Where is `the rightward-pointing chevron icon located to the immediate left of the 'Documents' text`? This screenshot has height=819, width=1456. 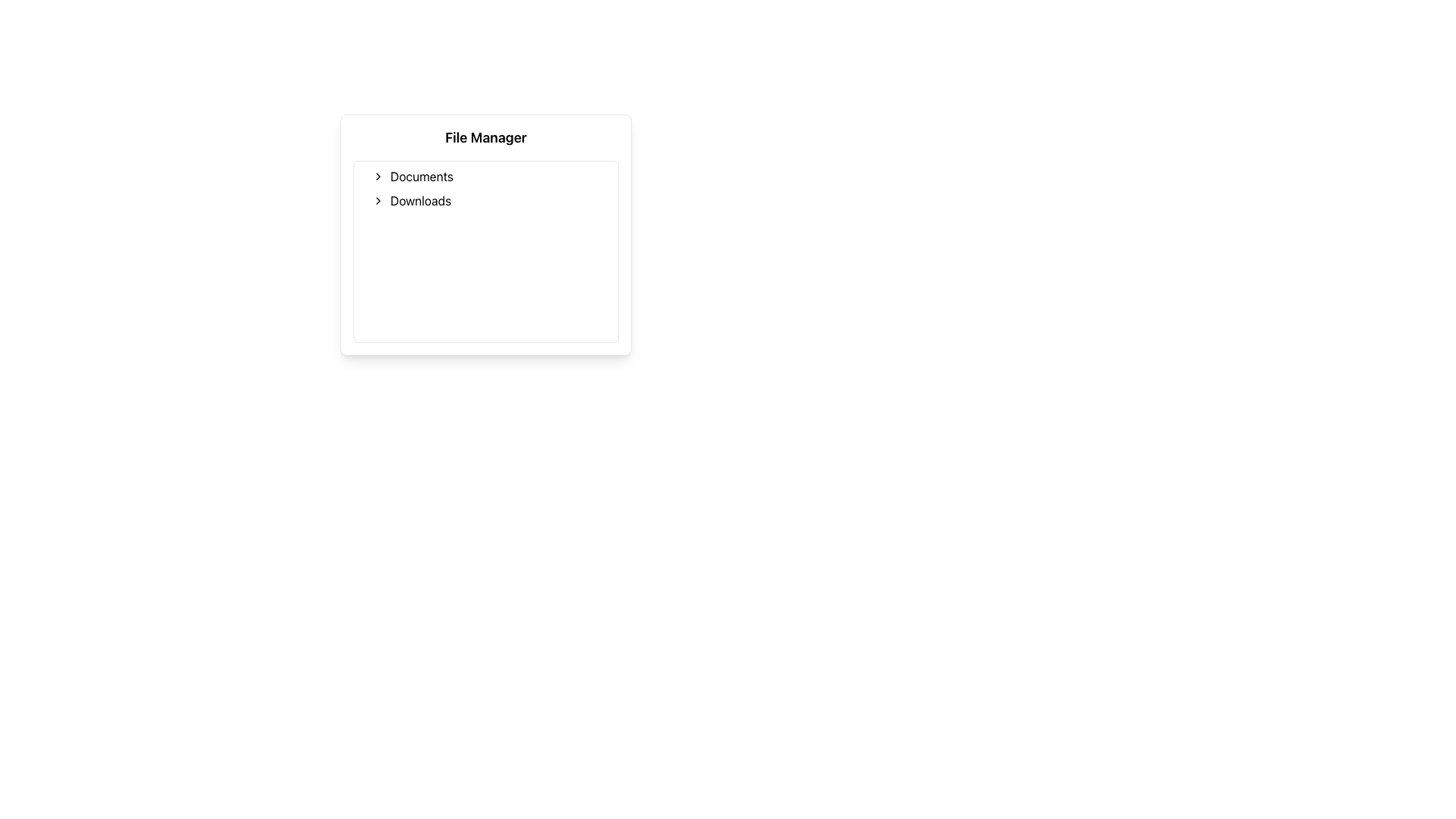 the rightward-pointing chevron icon located to the immediate left of the 'Documents' text is located at coordinates (378, 175).